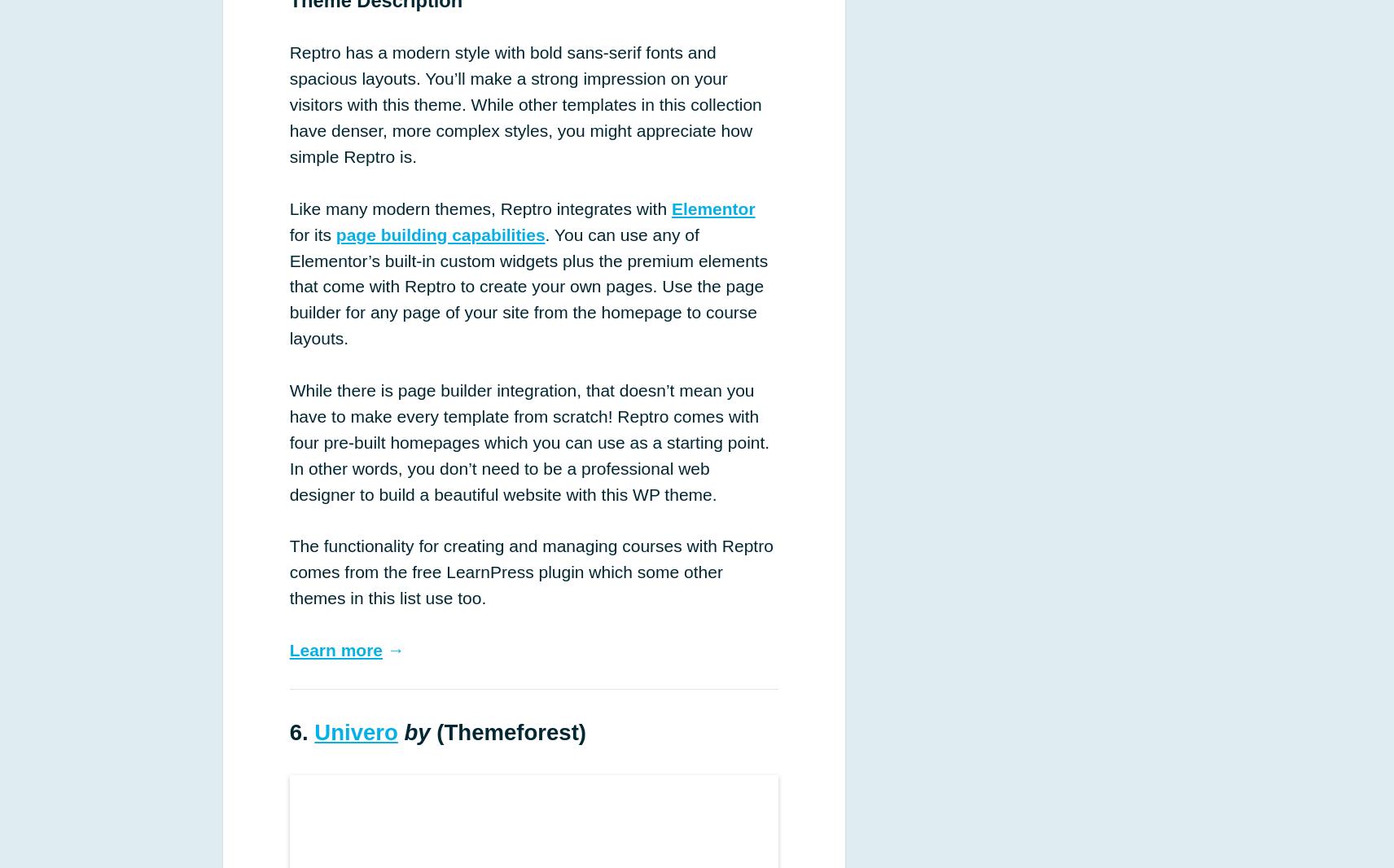  What do you see at coordinates (439, 234) in the screenshot?
I see `'page building capabilities'` at bounding box center [439, 234].